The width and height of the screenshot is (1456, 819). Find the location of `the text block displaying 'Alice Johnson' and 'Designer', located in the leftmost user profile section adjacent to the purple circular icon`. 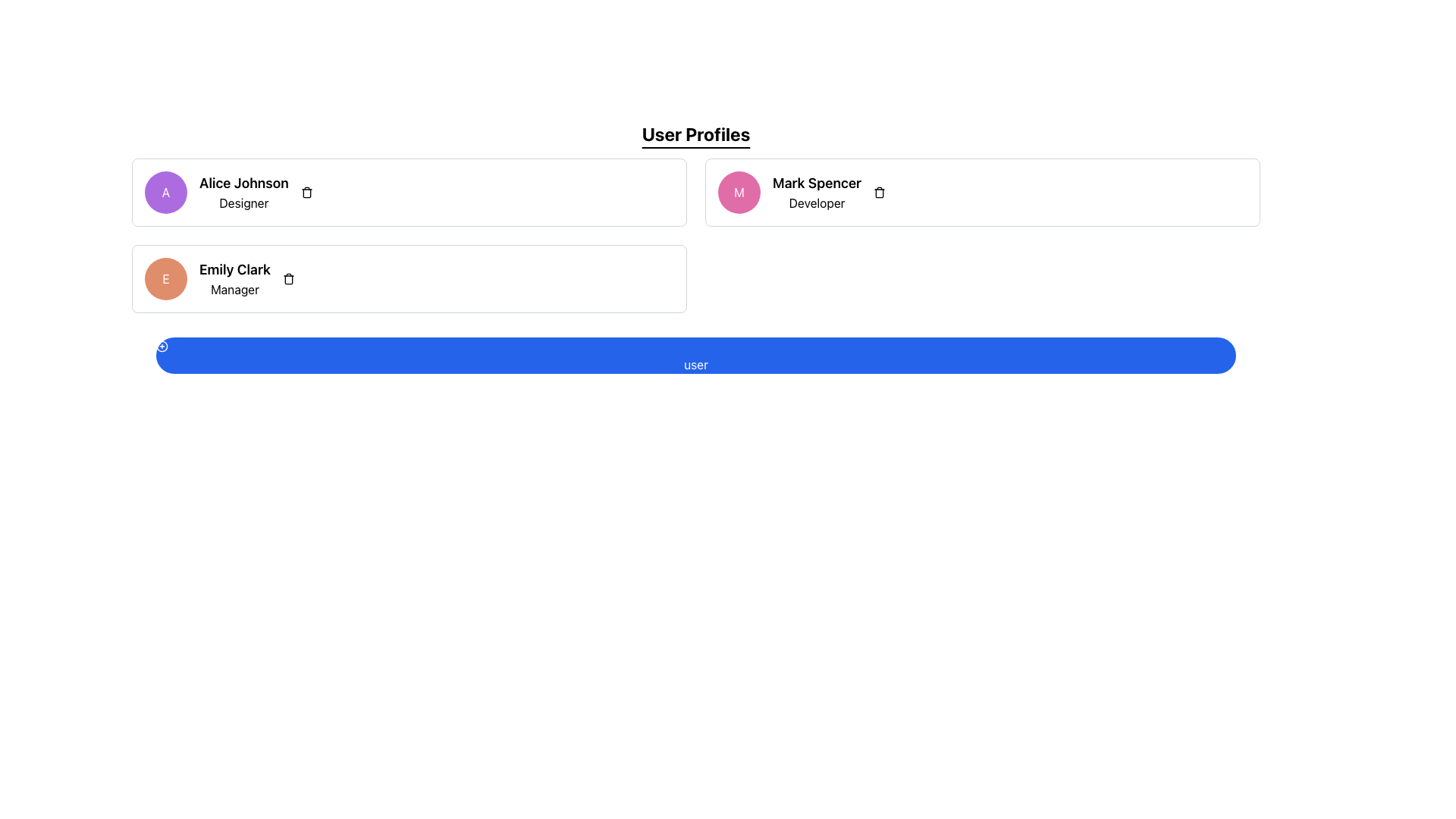

the text block displaying 'Alice Johnson' and 'Designer', located in the leftmost user profile section adjacent to the purple circular icon is located at coordinates (243, 192).